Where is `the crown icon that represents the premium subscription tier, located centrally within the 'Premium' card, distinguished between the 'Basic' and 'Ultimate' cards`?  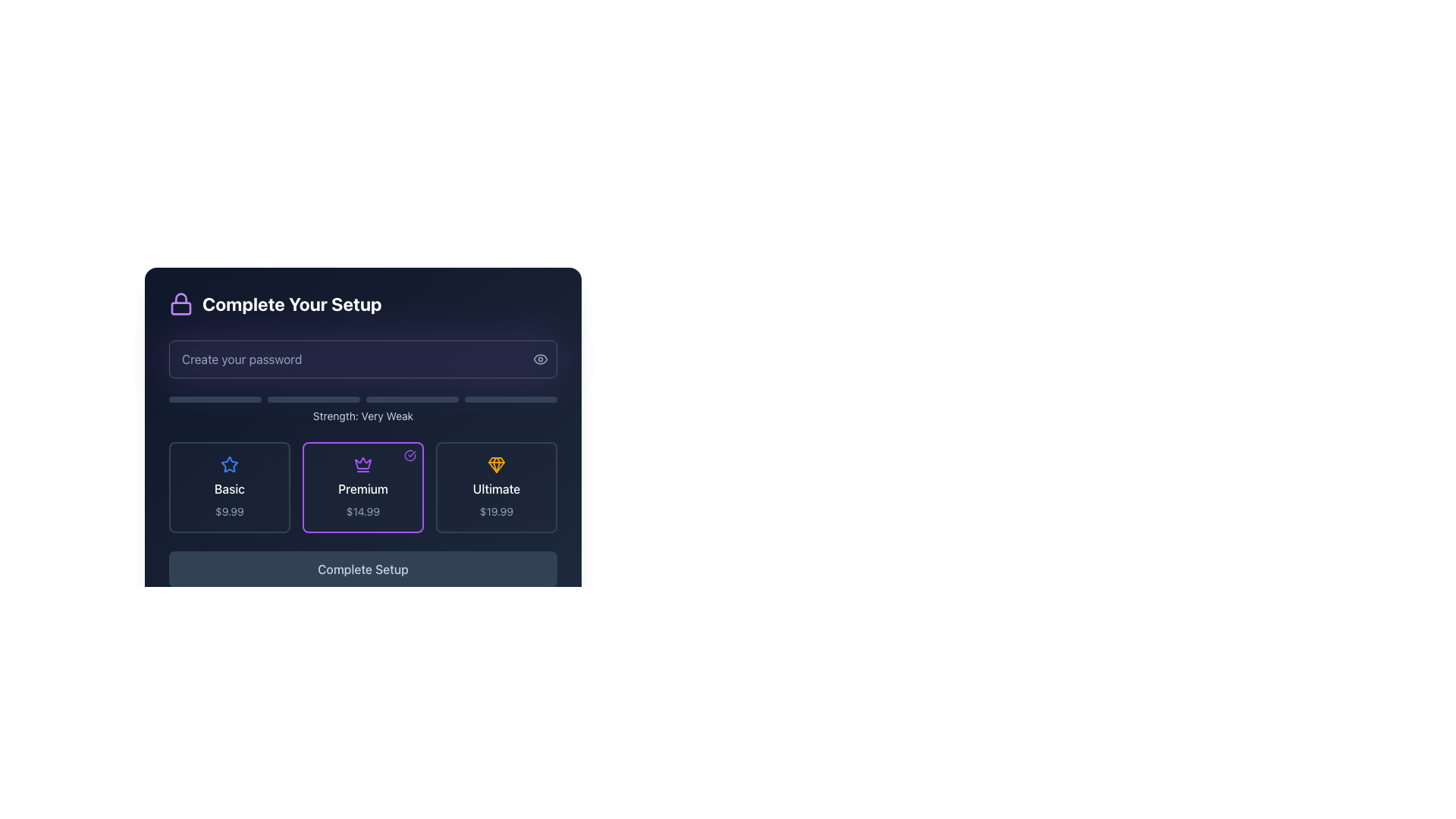
the crown icon that represents the premium subscription tier, located centrally within the 'Premium' card, distinguished between the 'Basic' and 'Ultimate' cards is located at coordinates (362, 462).